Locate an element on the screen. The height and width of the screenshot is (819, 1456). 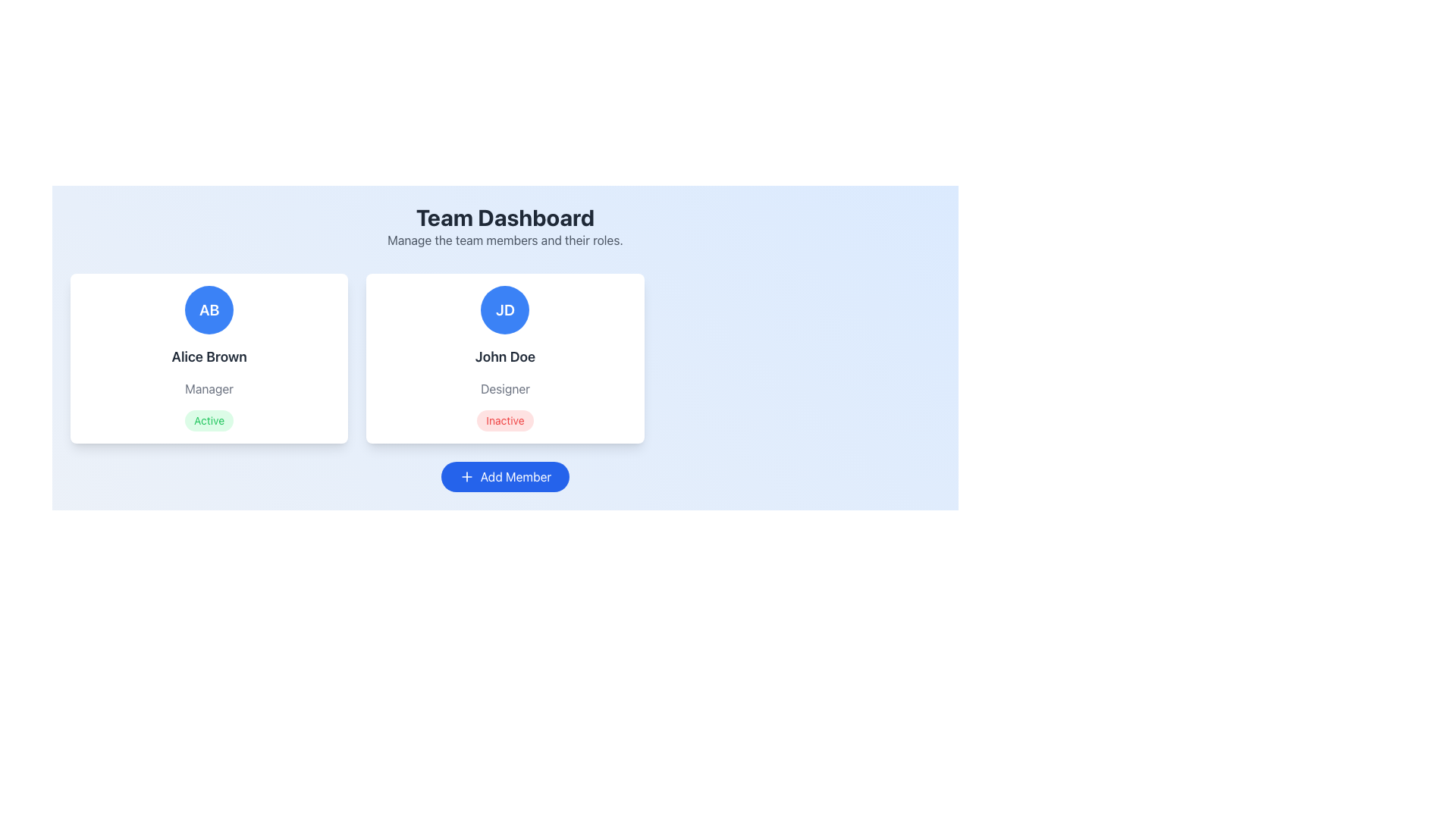
the text label 'Manager' which describes the role of 'Alice Brown' in the card layout is located at coordinates (209, 388).